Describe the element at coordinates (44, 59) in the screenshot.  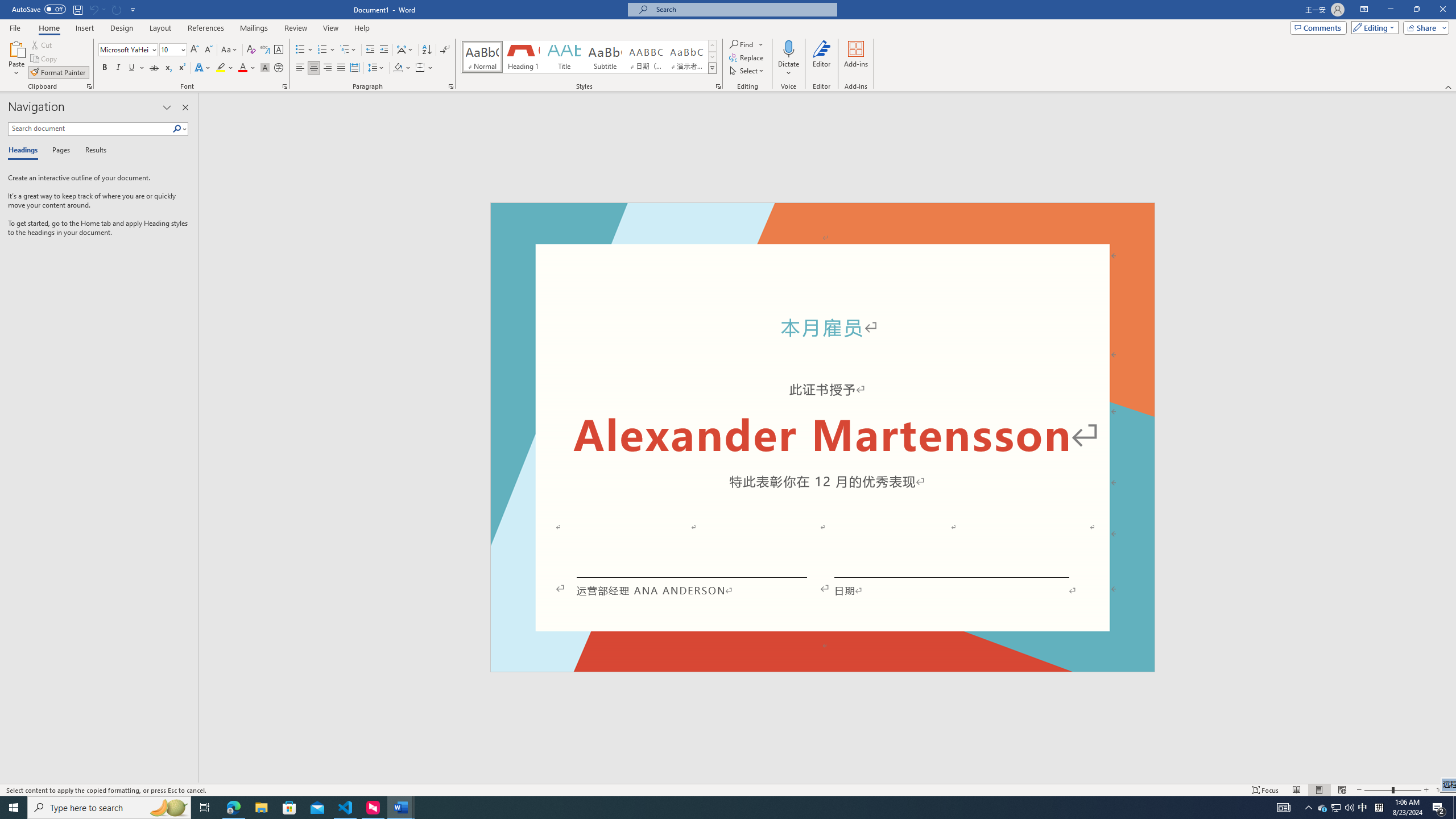
I see `'Copy'` at that location.